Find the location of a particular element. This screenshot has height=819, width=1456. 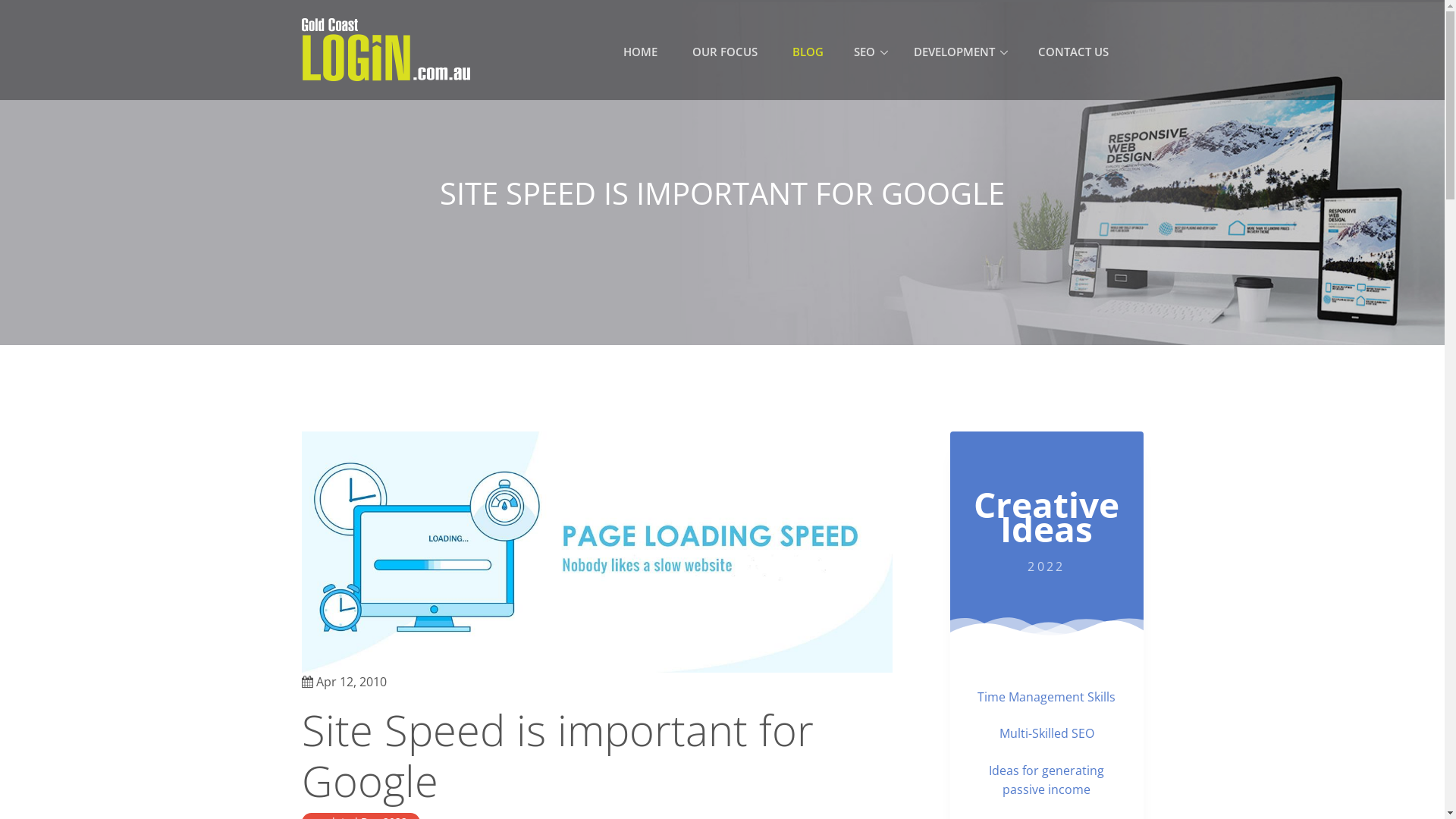

'SEO' is located at coordinates (871, 52).